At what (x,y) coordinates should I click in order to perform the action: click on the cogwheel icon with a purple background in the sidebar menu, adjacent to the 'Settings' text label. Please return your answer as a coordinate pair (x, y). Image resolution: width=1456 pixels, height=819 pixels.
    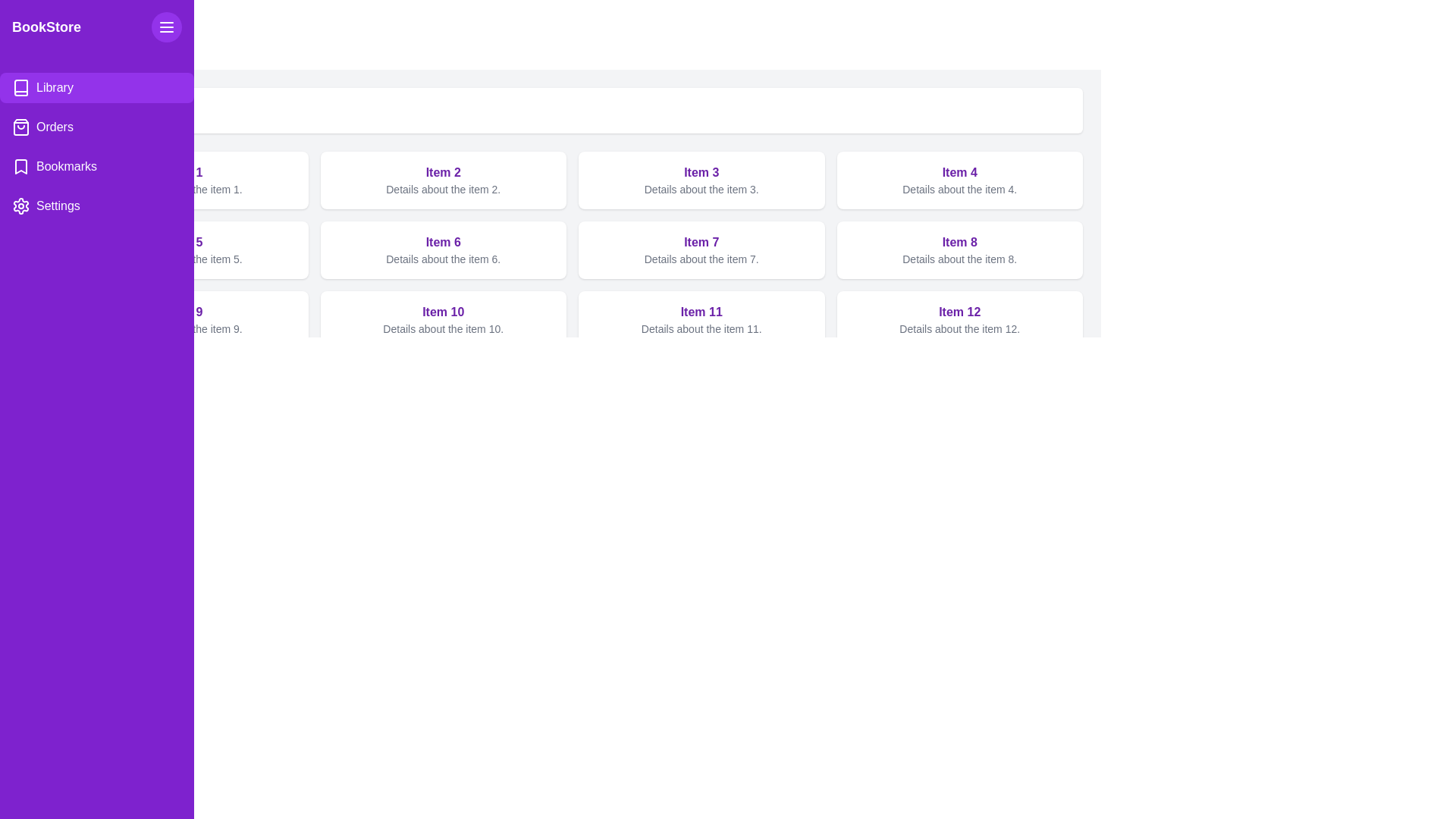
    Looking at the image, I should click on (21, 206).